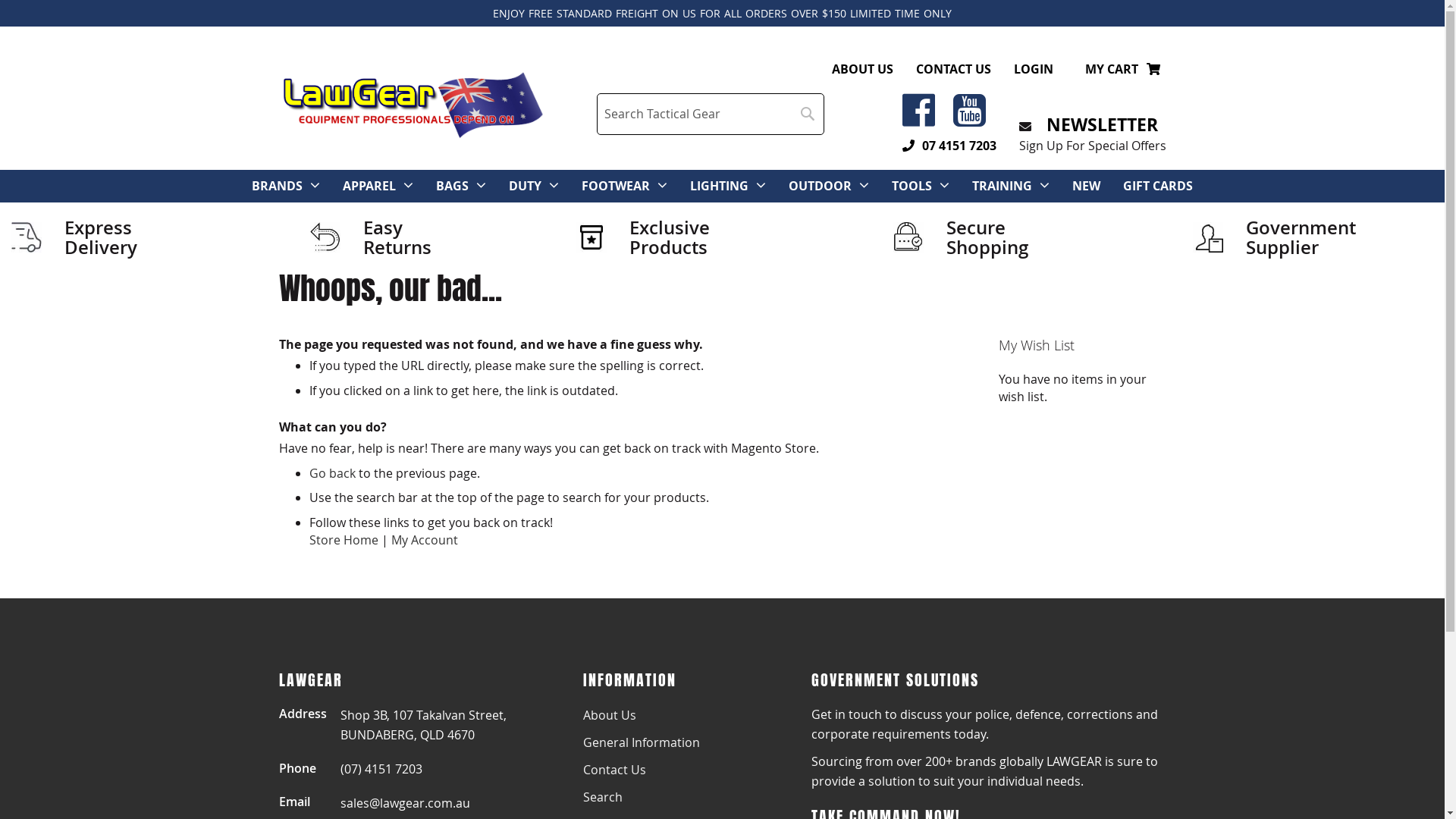 This screenshot has height=819, width=1456. What do you see at coordinates (1092, 146) in the screenshot?
I see `'Sign Up For Special Offers'` at bounding box center [1092, 146].